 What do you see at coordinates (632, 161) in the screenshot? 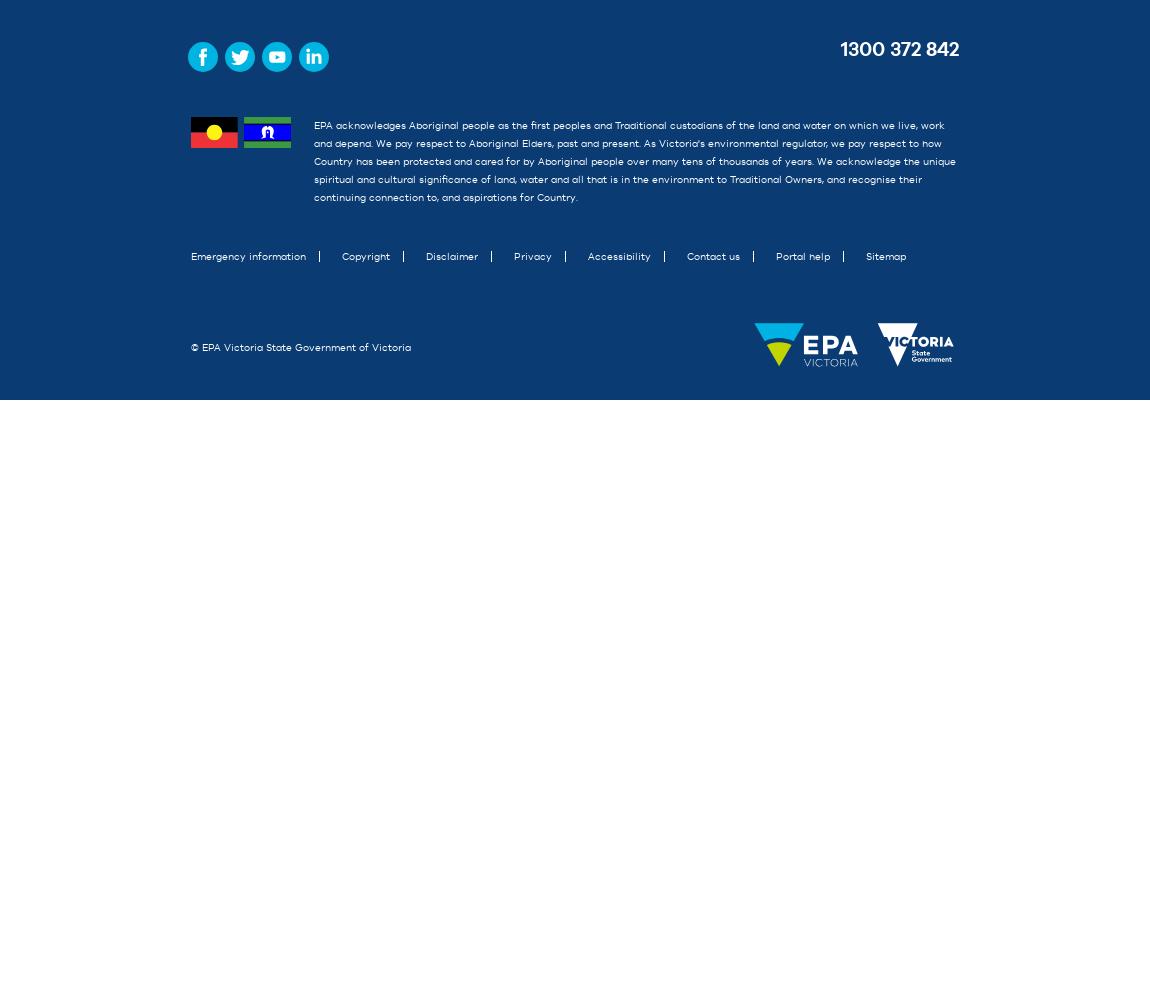
I see `'EPA acknowledges Aboriginal people as the first peoples and Traditional custodians of the land and water on which we live, work and depend. We pay respect to Aboriginal Elders, past and present. As Victoria's environmental regulator, we pay respect to how Country has been protected and cared for by Aboriginal people over many tens of thousands of years. We acknowledge the unique spiritual and cultural significance of land, water and all that is in the environment to Traditional Owners, and recognise their continuing connection to, and aspirations for Country.'` at bounding box center [632, 161].